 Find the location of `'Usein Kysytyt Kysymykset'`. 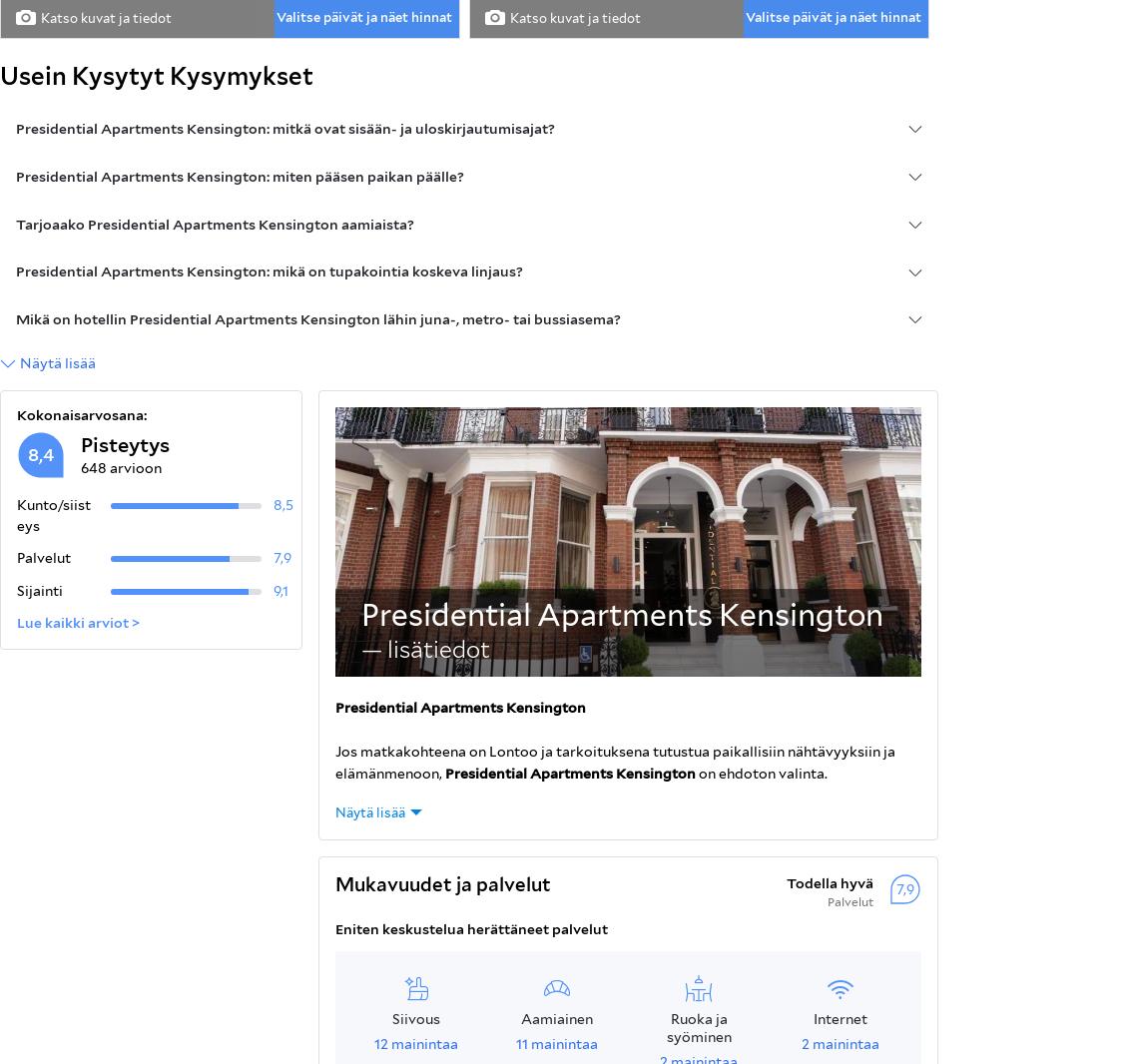

'Usein Kysytyt Kysymykset' is located at coordinates (157, 75).